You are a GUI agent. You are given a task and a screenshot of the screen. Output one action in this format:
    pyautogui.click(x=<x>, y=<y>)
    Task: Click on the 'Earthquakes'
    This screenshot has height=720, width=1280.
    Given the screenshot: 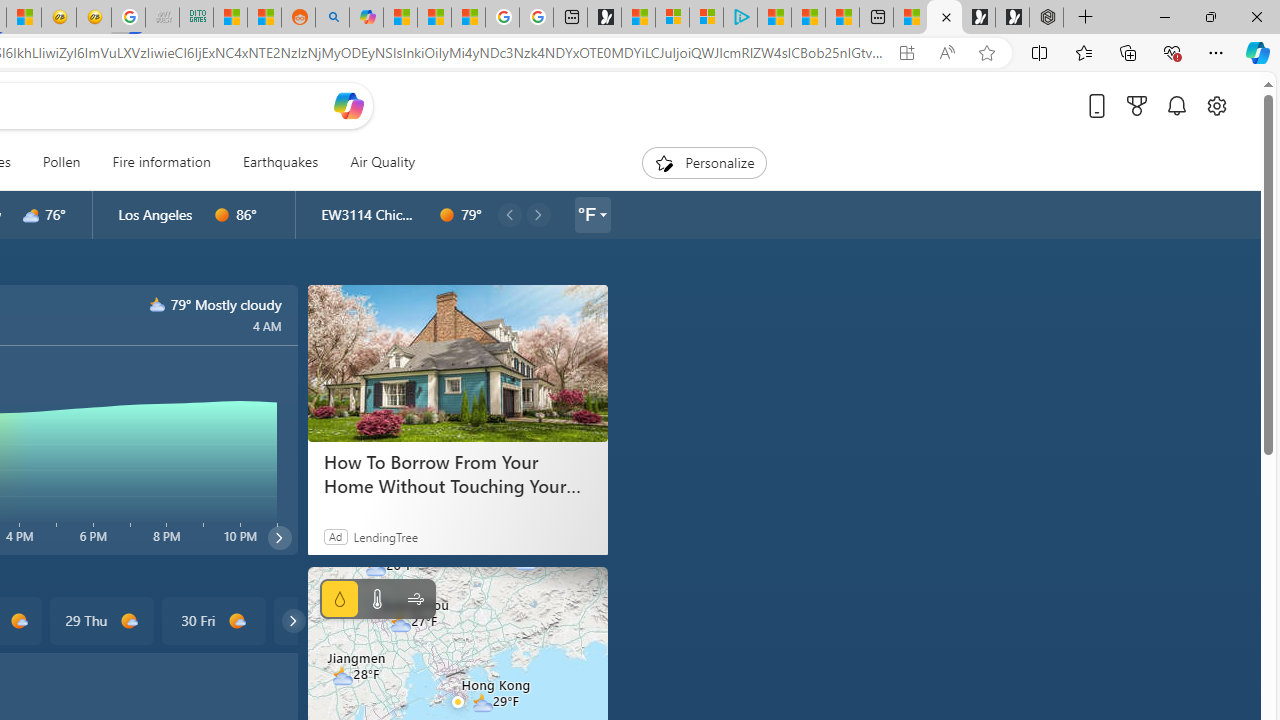 What is the action you would take?
    pyautogui.click(x=279, y=162)
    